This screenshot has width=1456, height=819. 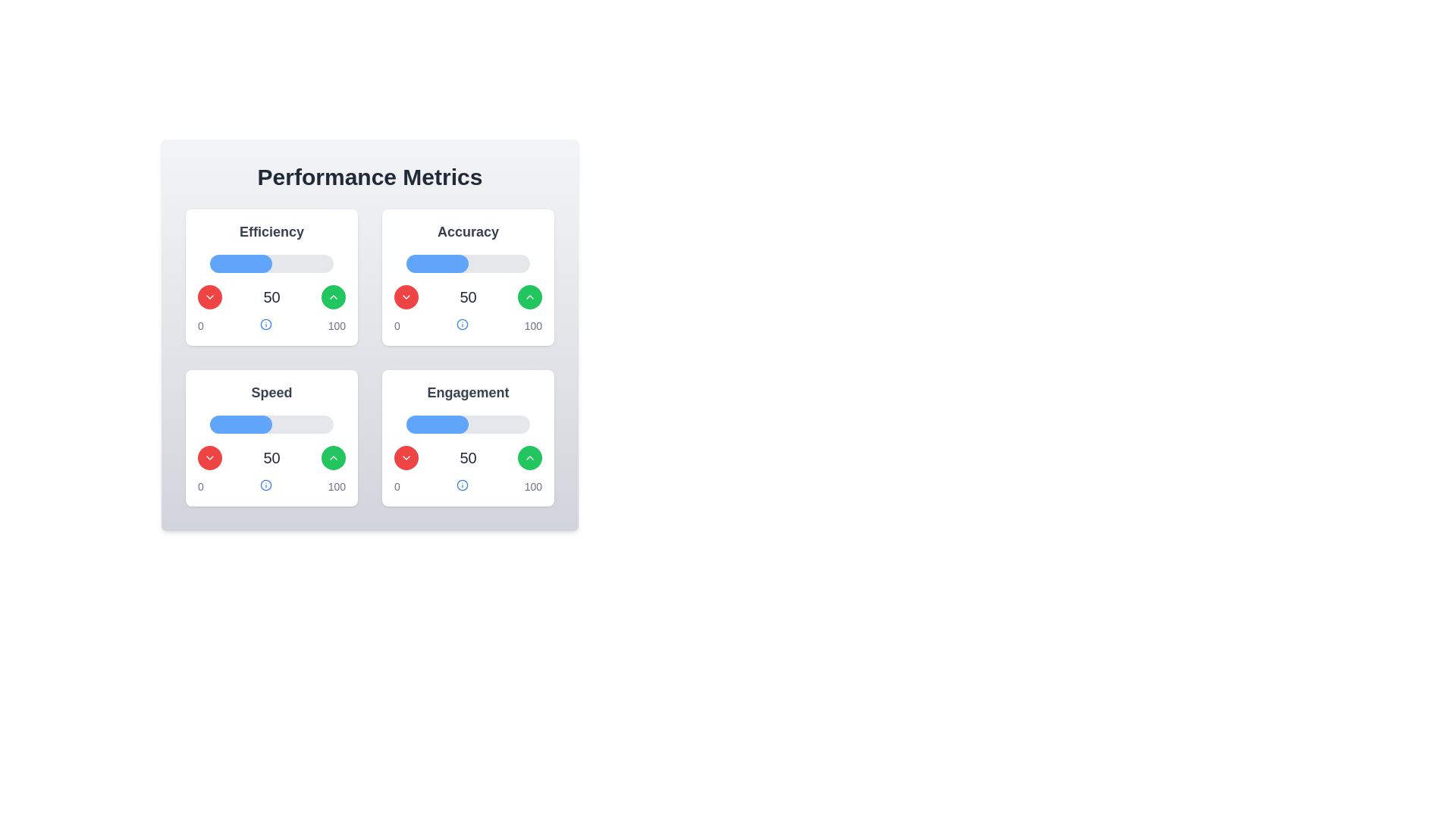 I want to click on the progress bar or slider, so click(x=322, y=424).